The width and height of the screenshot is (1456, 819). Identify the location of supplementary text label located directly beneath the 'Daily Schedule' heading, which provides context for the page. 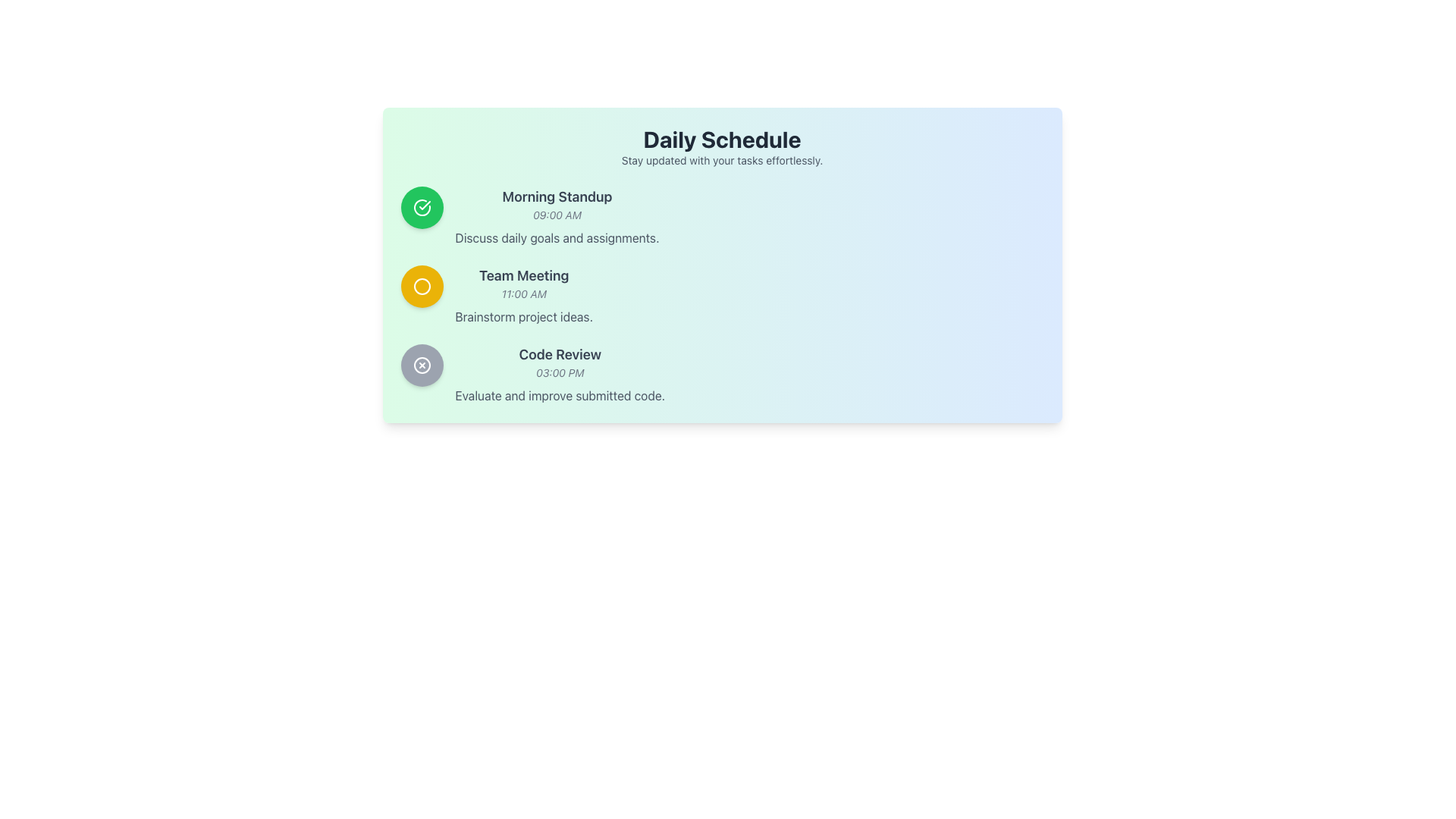
(721, 161).